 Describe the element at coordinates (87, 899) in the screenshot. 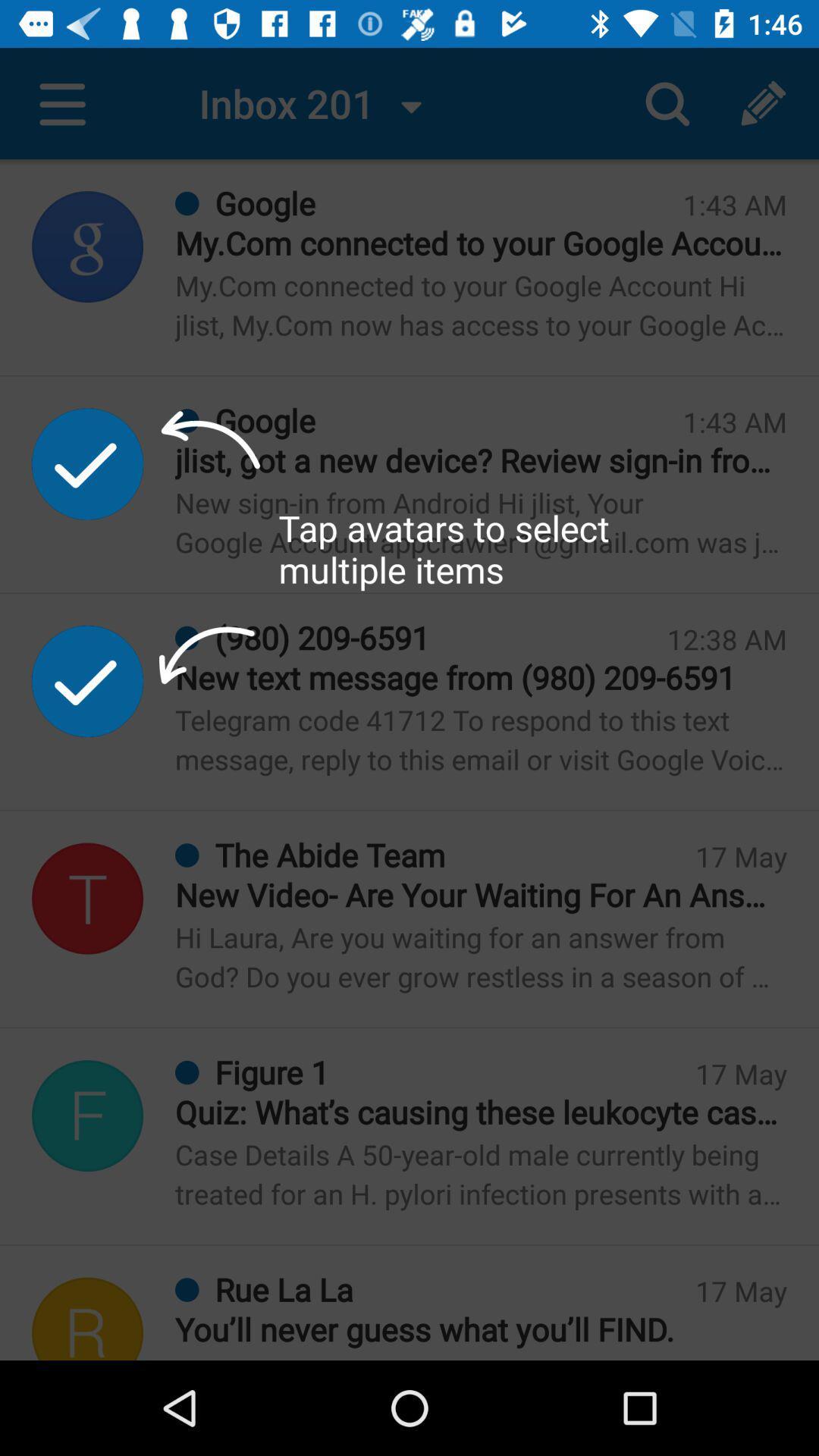

I see `the avatar icon` at that location.